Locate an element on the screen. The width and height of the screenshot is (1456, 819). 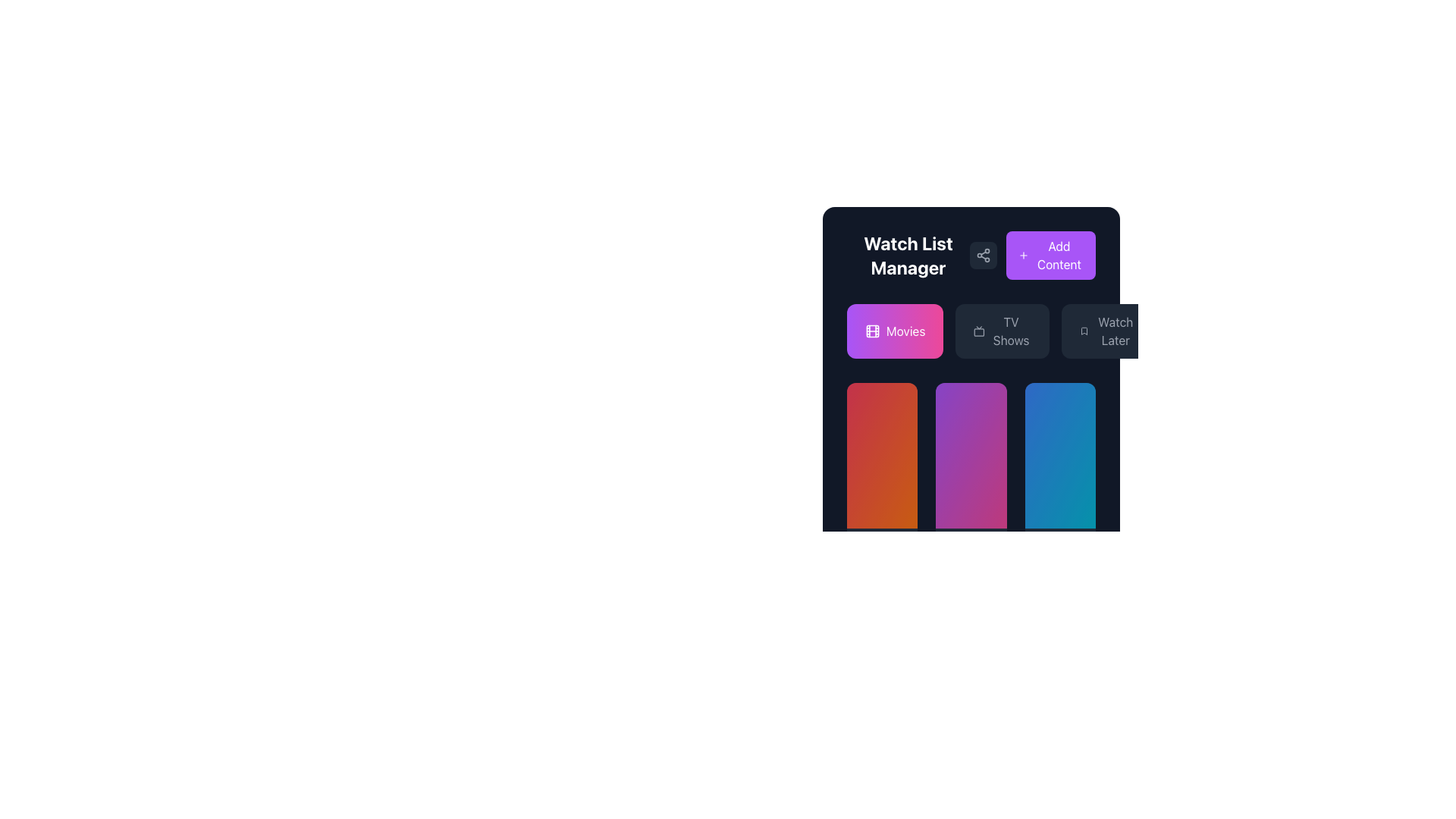
the share button, which is a rectangular button with rounded corners and a dark background, located to the left of the 'Add Content' button in the toolbar under the 'Watch List Manager' heading is located at coordinates (983, 254).